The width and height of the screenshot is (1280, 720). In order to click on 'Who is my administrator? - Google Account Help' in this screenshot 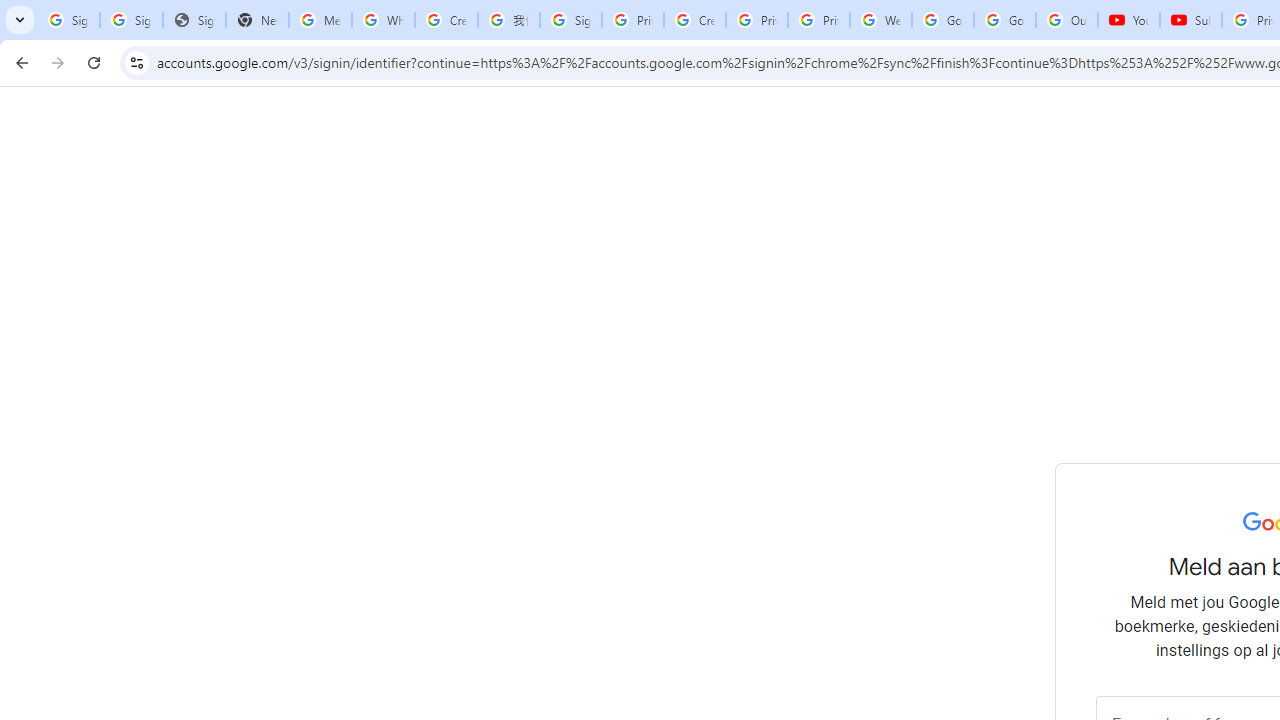, I will do `click(383, 20)`.